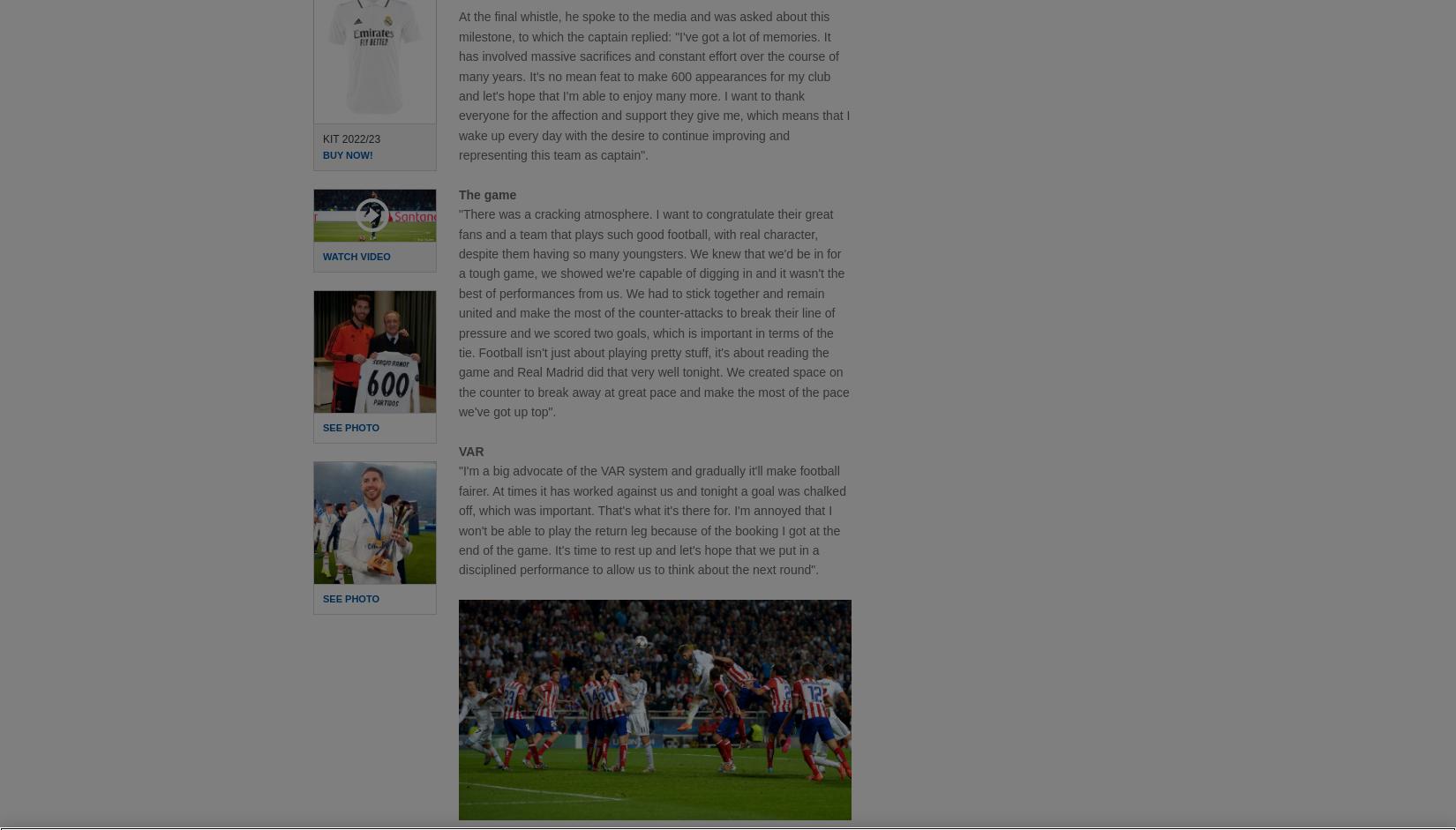 Image resolution: width=1456 pixels, height=830 pixels. What do you see at coordinates (653, 86) in the screenshot?
I see `'At the final whistle, he spoke to the media and was asked about this milestone, to which the captain replied: "I've got a lot of memories. It has involved massive sacrifices and constant effort over the course of many years. It's no mean feat to make 600 appearances for my club and let's hope that I'm able to enjoy many more. I want to thank everyone for the affection and support they give me, which means that I wake up every day with the desire to continue improving and representing this team as captain".'` at bounding box center [653, 86].